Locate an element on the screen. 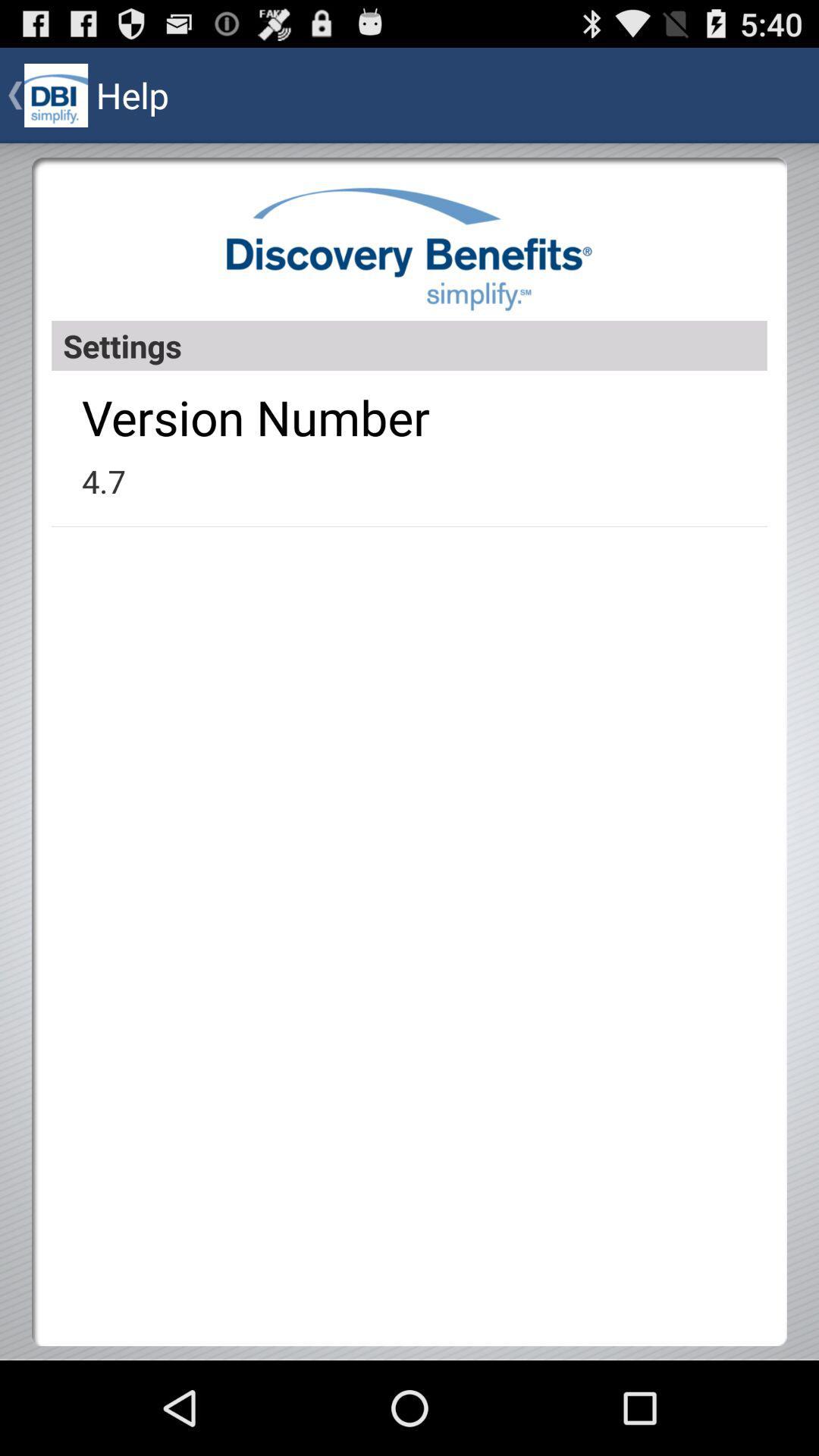 This screenshot has width=819, height=1456. the 4.7 app is located at coordinates (102, 480).